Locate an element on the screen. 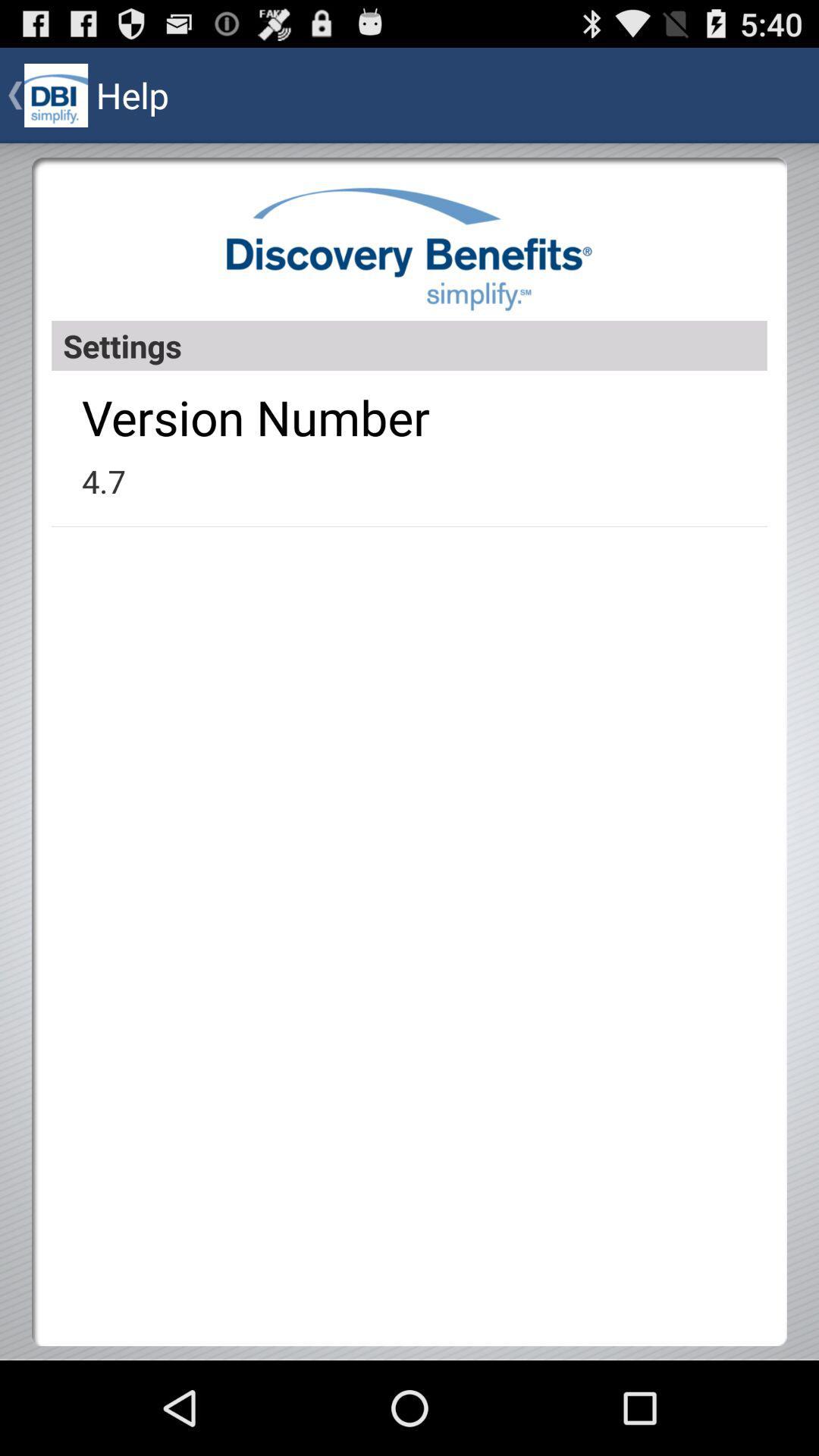 This screenshot has width=819, height=1456. the 4.7 app is located at coordinates (102, 480).